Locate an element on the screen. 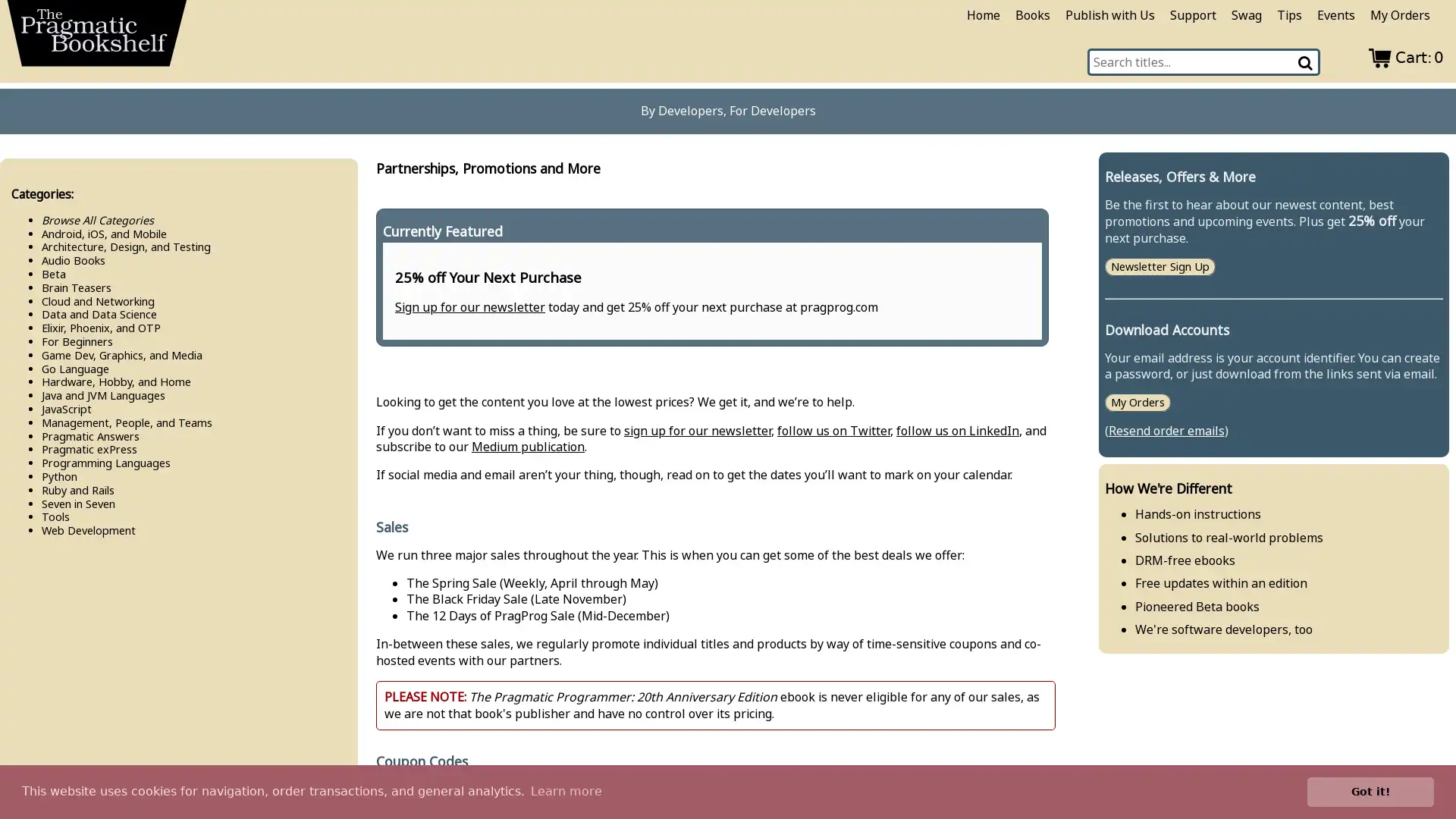 The width and height of the screenshot is (1456, 819). dismiss cookie message is located at coordinates (1370, 791).